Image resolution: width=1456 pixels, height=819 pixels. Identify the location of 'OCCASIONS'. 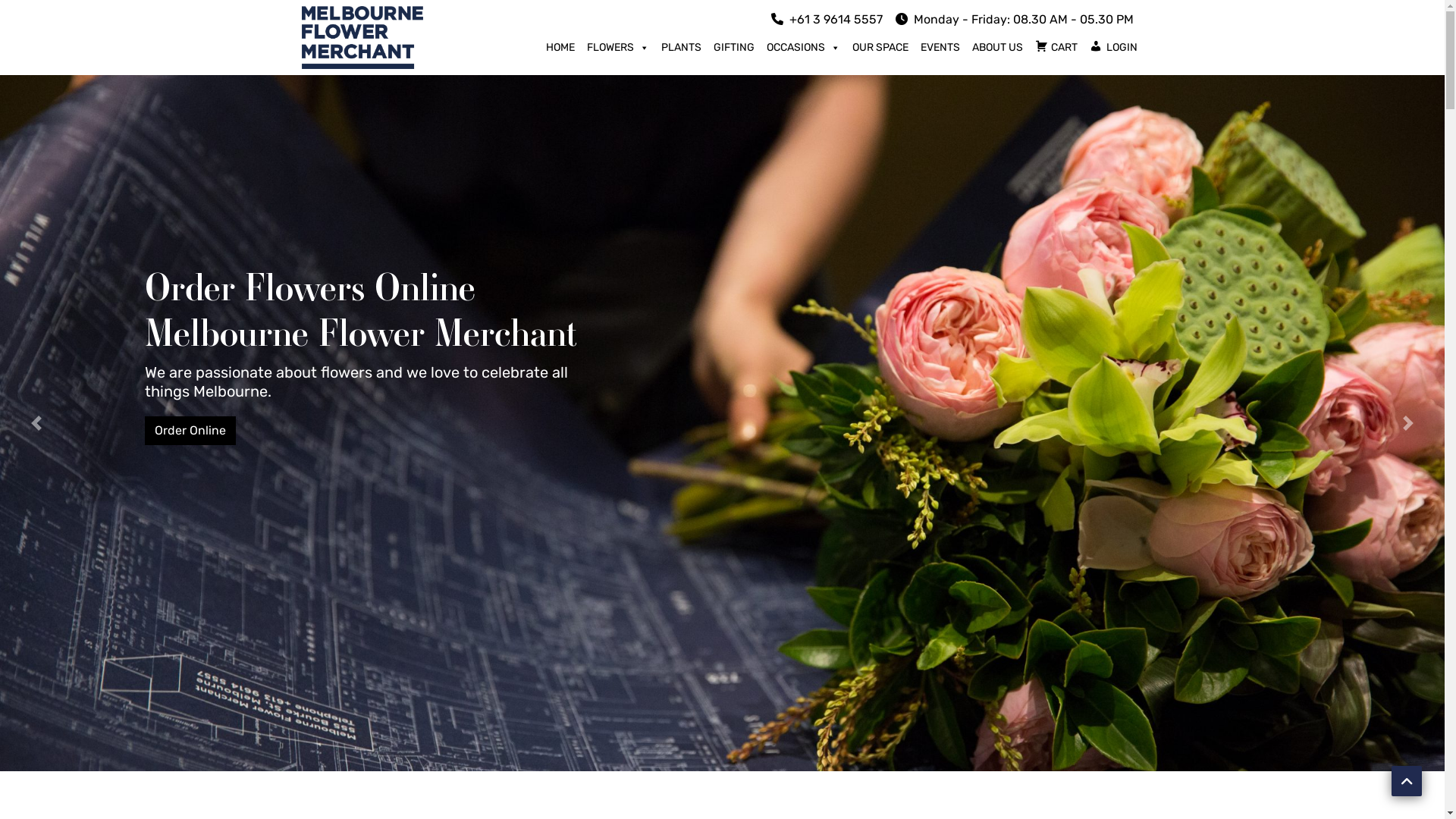
(802, 46).